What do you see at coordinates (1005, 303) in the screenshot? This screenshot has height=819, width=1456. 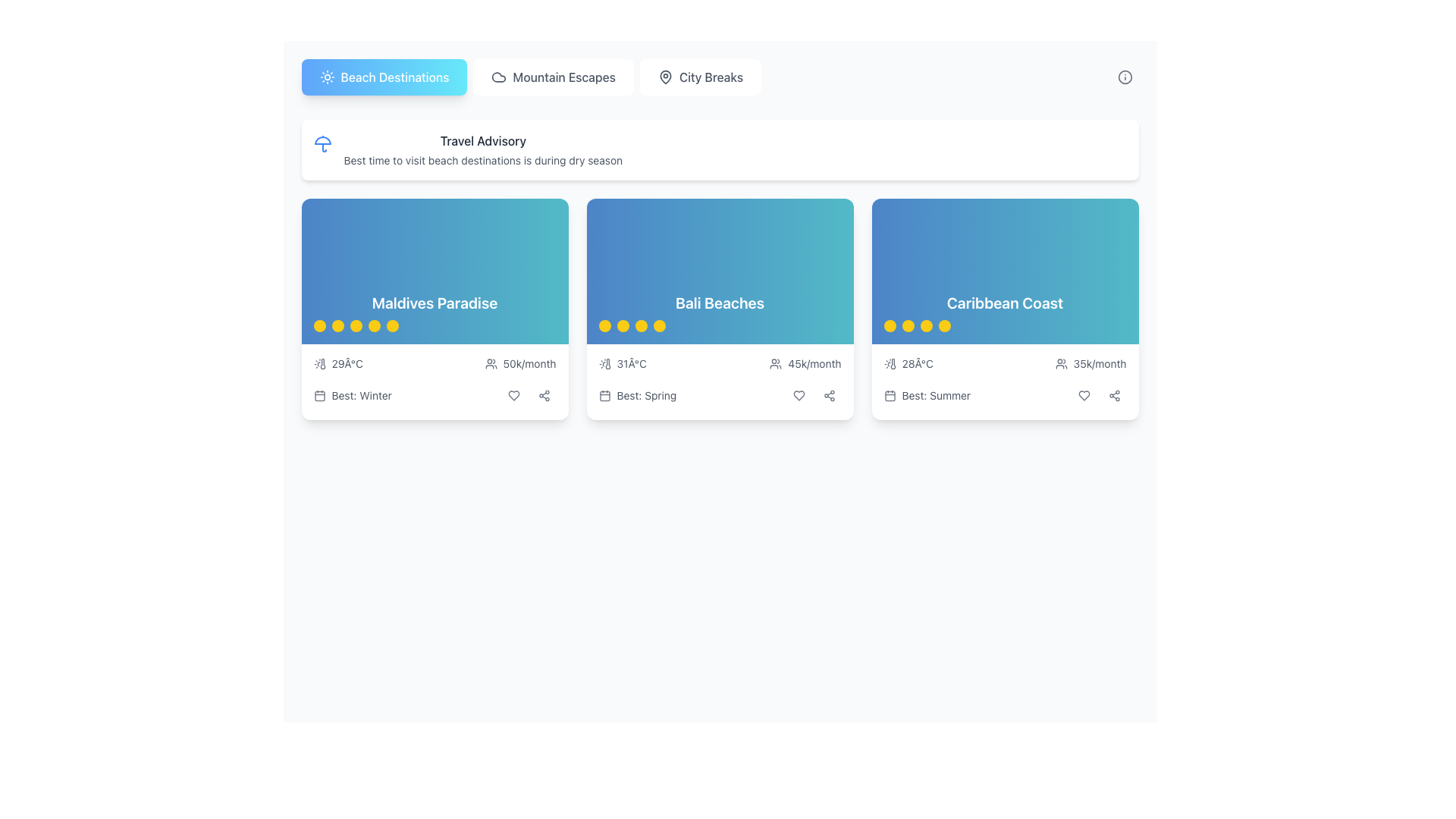 I see `the text label displaying 'Caribbean Coast' in bold white font, which is positioned at the top section of the card containing 'Caribbean Coast'` at bounding box center [1005, 303].